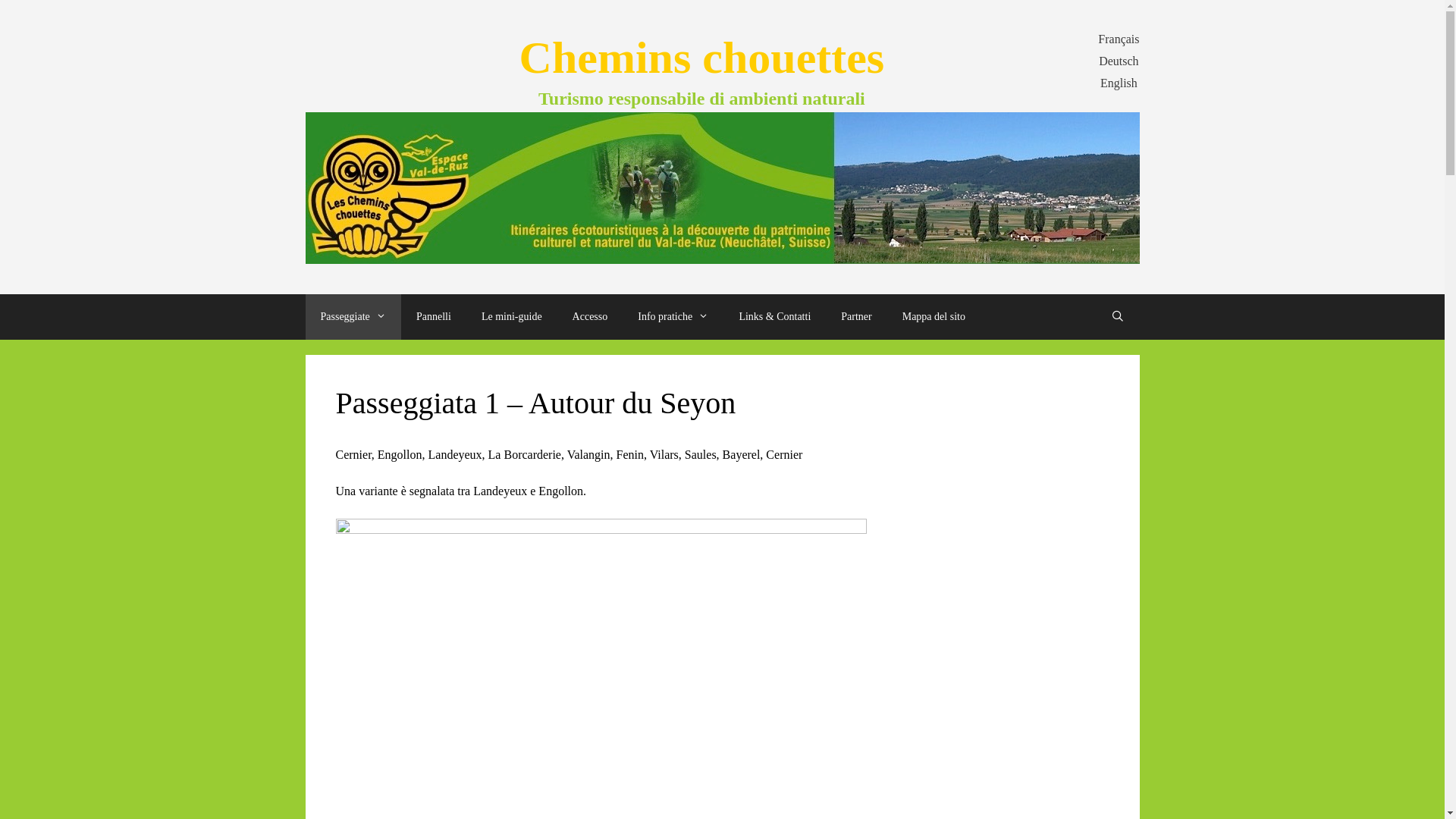  I want to click on 'Partner', so click(825, 315).